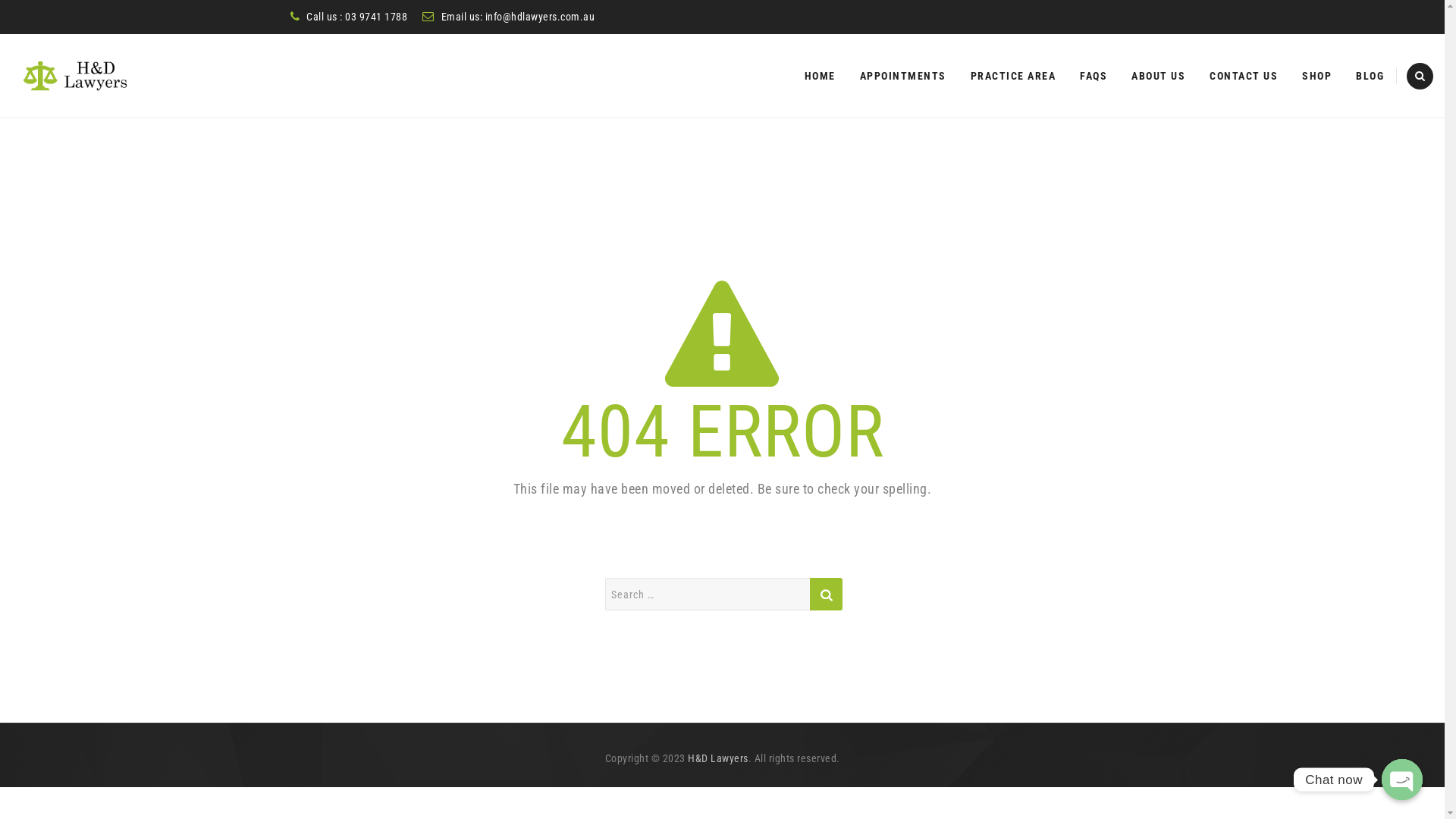 The width and height of the screenshot is (1456, 819). Describe the element at coordinates (540, 17) in the screenshot. I see `'info@hdlawyers.com.au'` at that location.